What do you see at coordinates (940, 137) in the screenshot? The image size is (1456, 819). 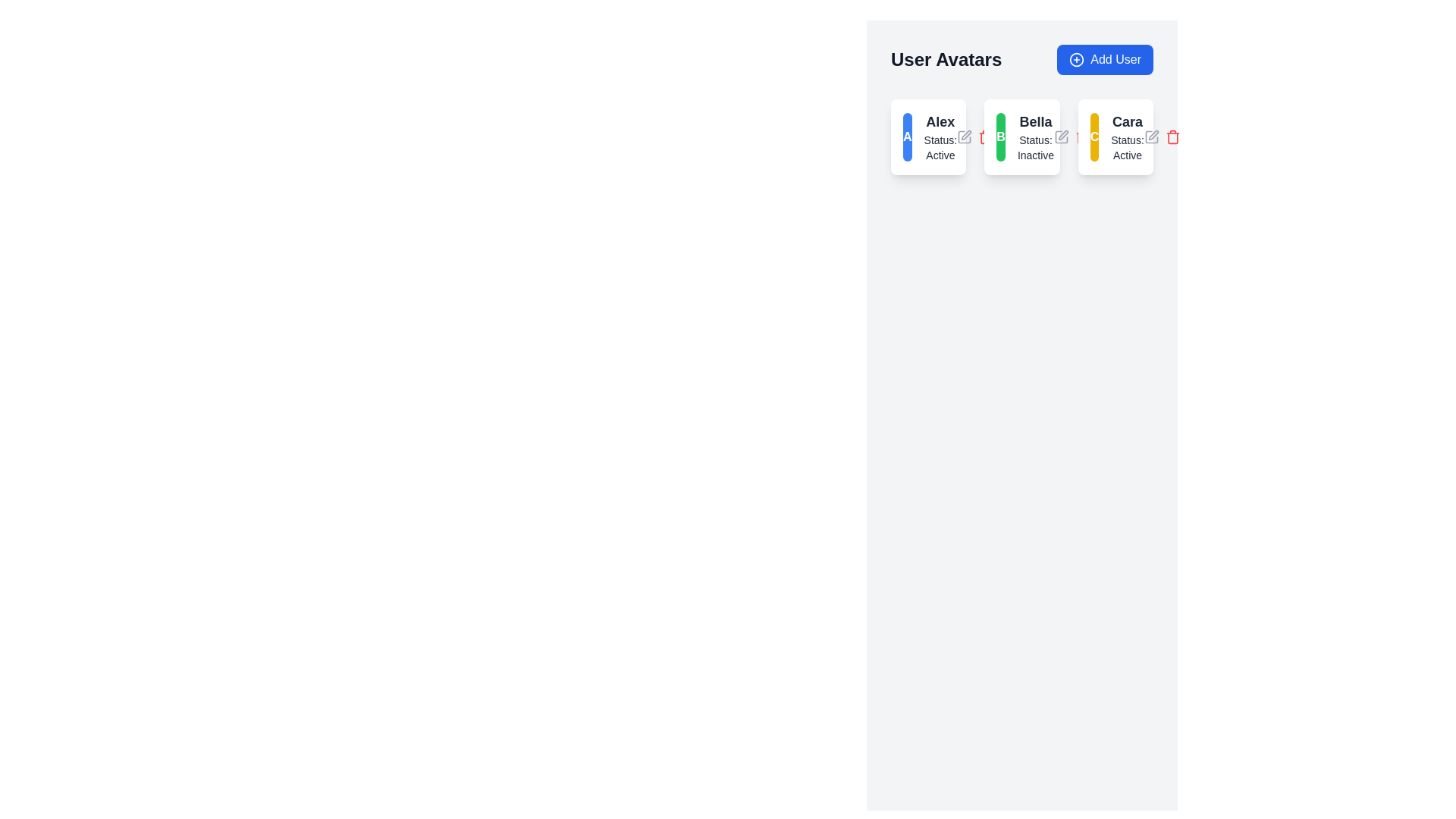 I see `displayed text of the user 'Alex' in the second card of the user management interface, which shows the name and status as 'Active'` at bounding box center [940, 137].